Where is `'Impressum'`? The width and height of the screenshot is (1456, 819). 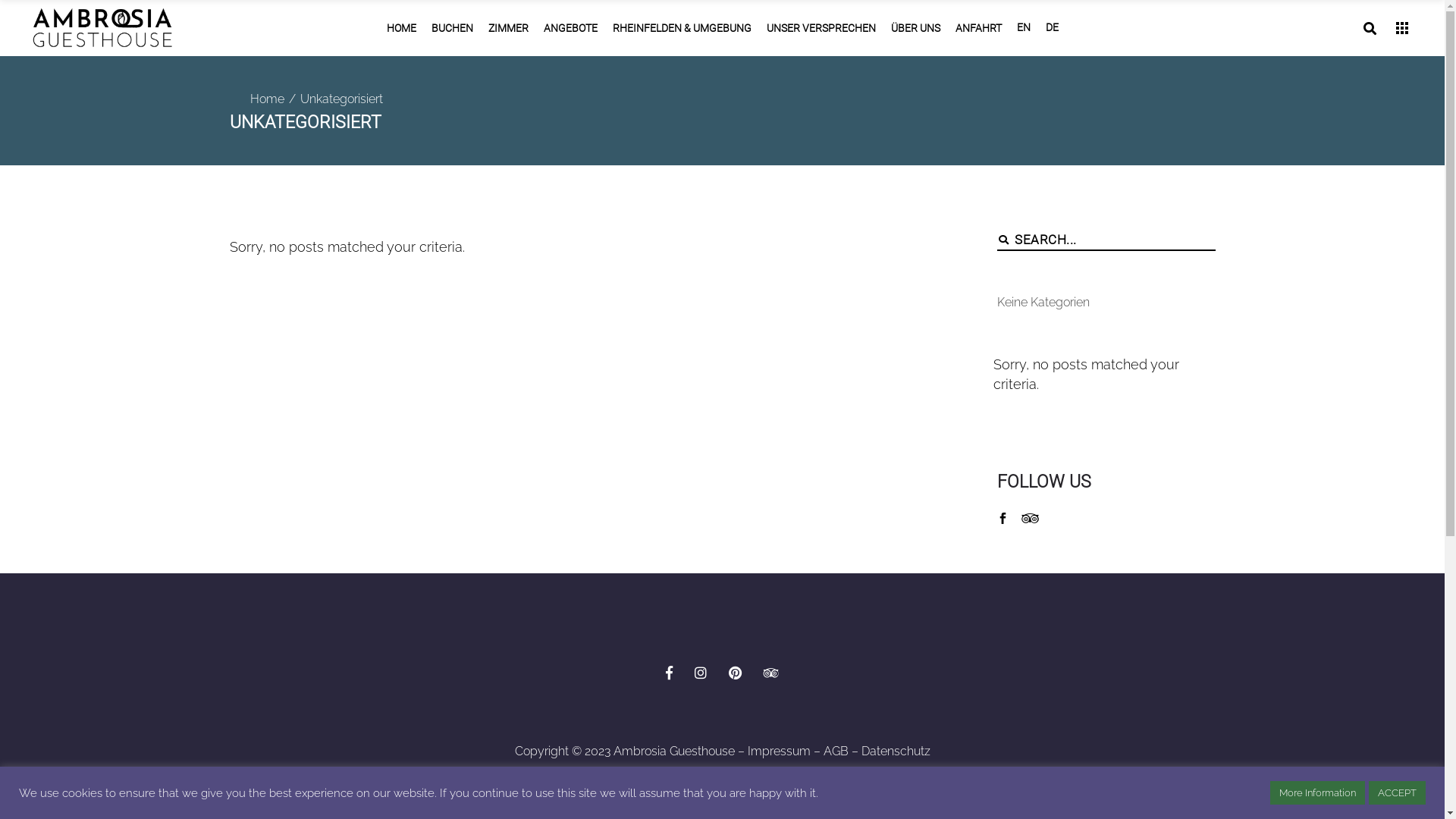 'Impressum' is located at coordinates (779, 751).